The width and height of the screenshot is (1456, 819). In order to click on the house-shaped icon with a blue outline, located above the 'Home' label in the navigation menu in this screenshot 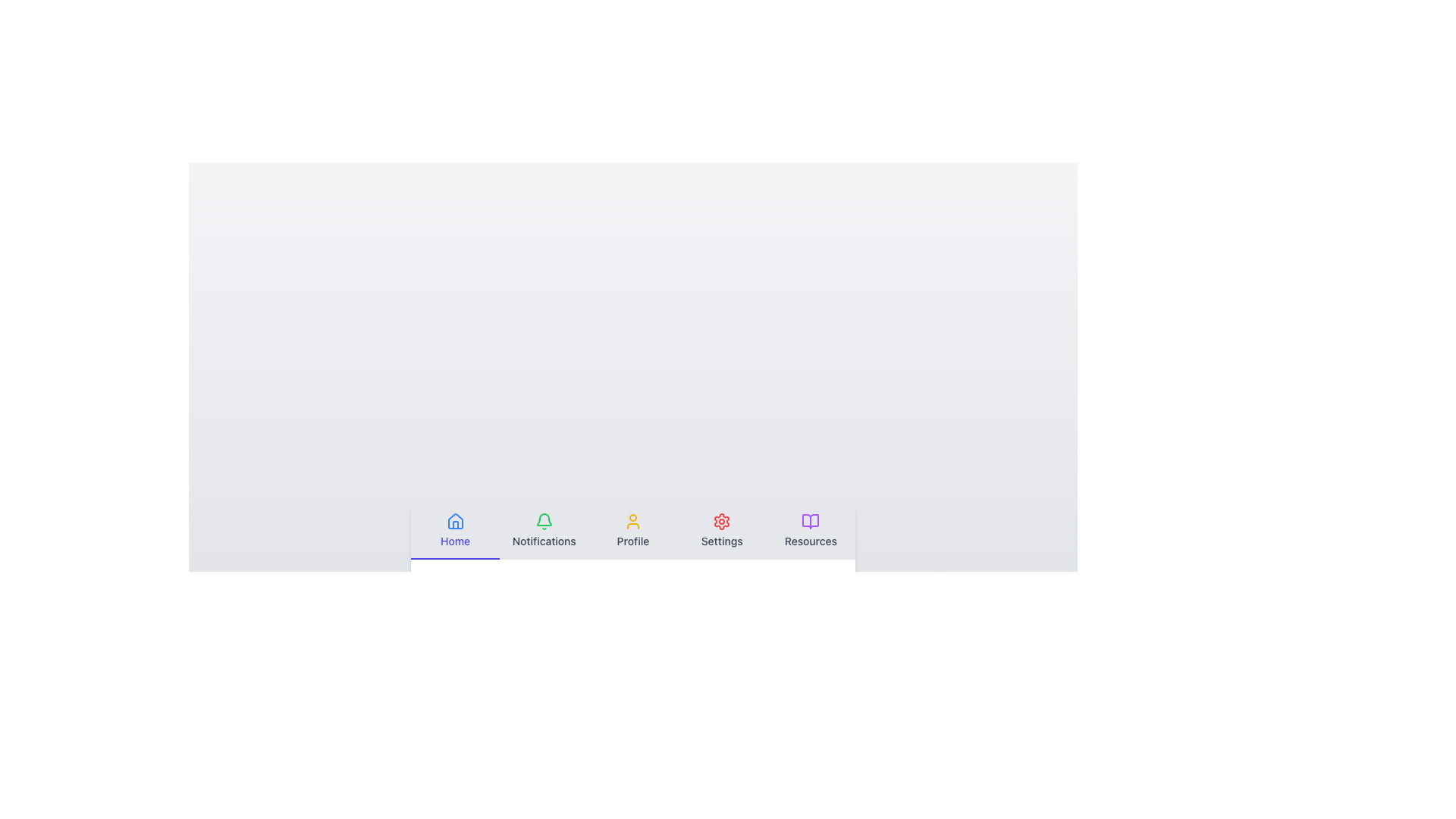, I will do `click(454, 520)`.